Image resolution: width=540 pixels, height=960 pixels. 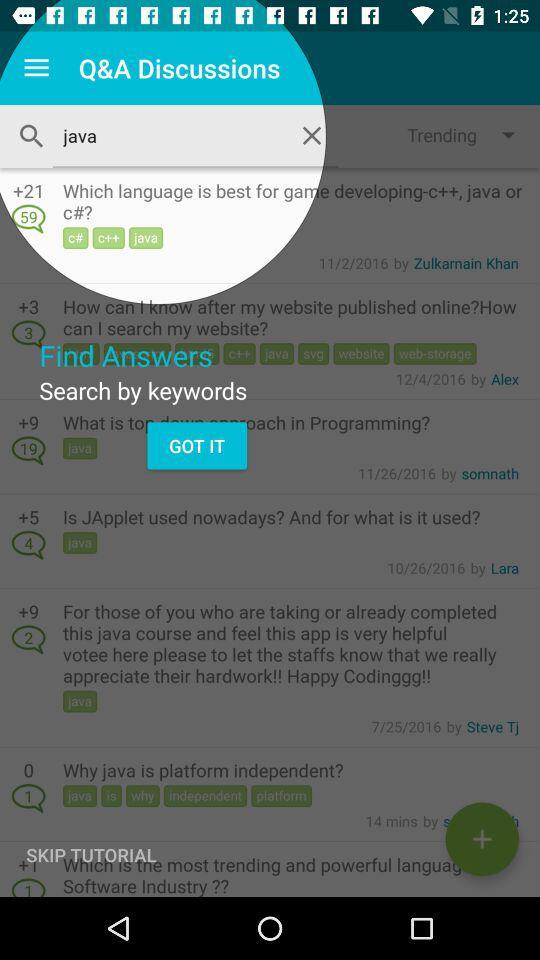 I want to click on the add icon, so click(x=481, y=839).